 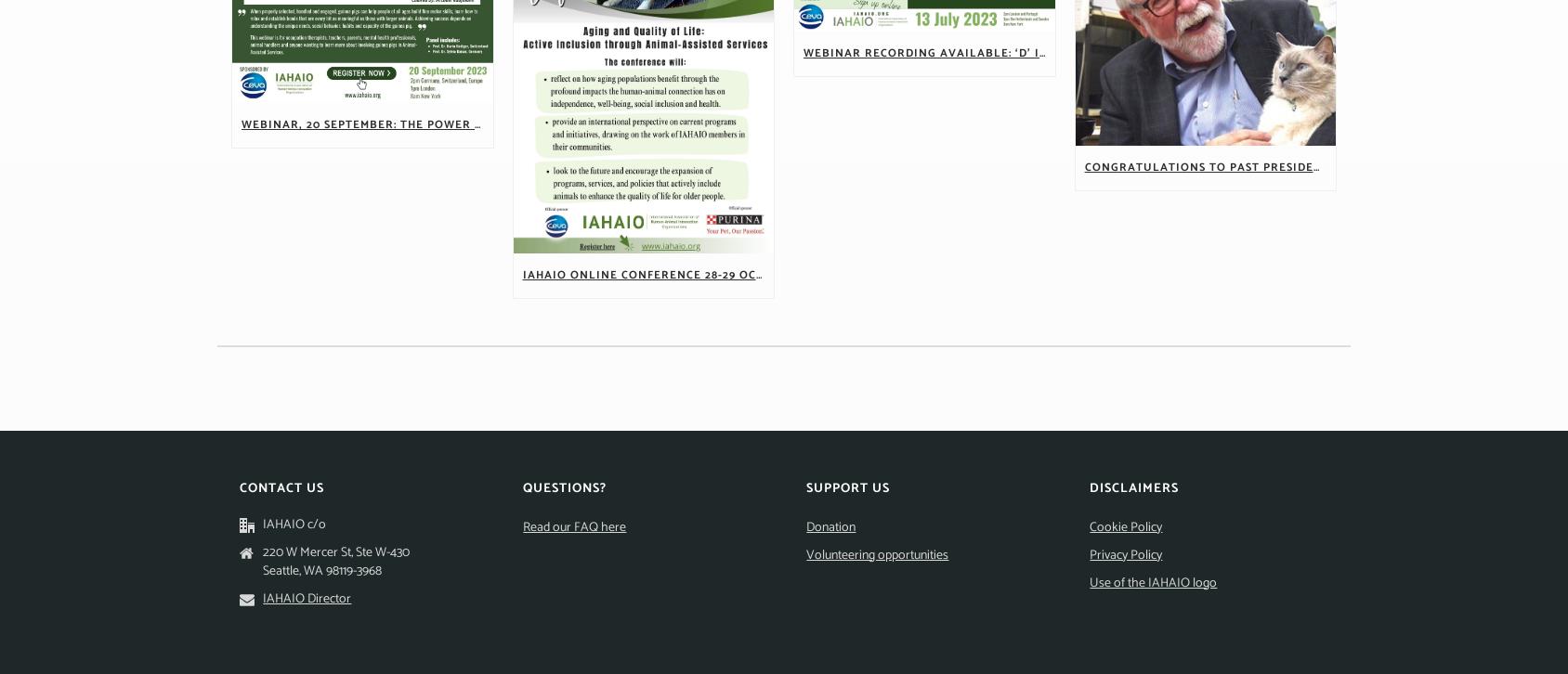 I want to click on 'Contact Us', so click(x=281, y=488).